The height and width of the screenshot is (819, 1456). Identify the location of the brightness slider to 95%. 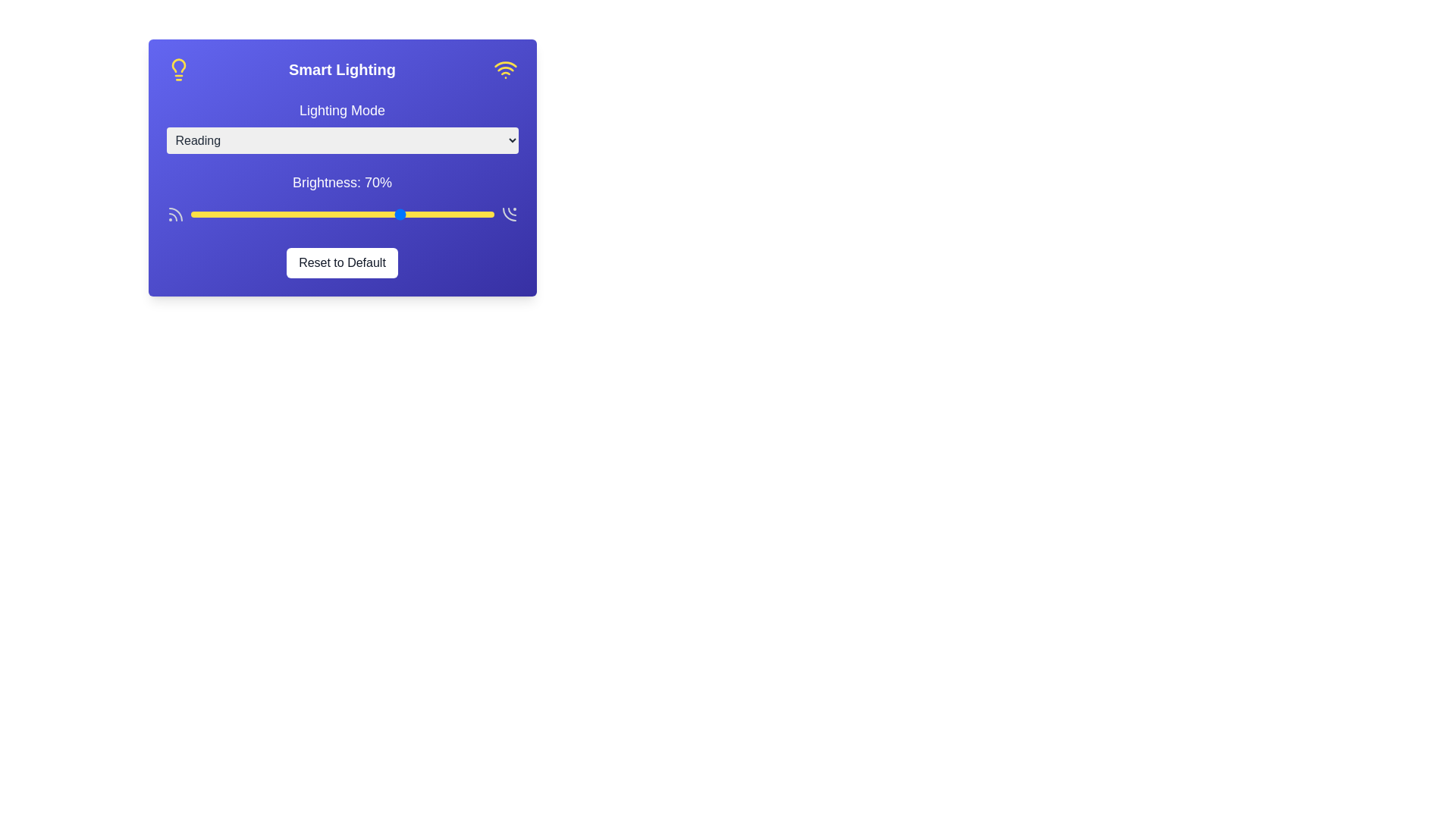
(478, 214).